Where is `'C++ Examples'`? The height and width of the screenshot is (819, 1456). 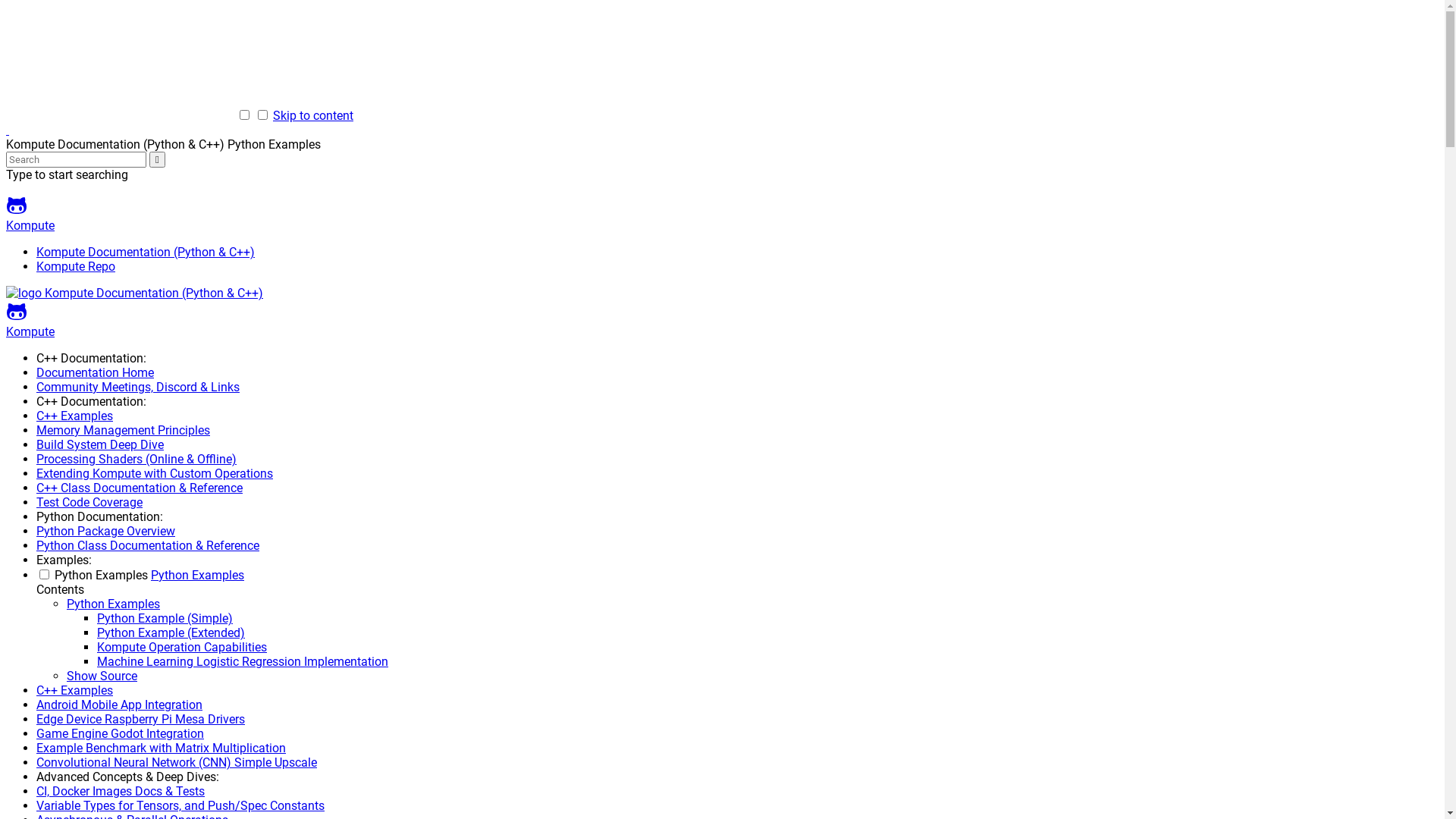
'C++ Examples' is located at coordinates (74, 416).